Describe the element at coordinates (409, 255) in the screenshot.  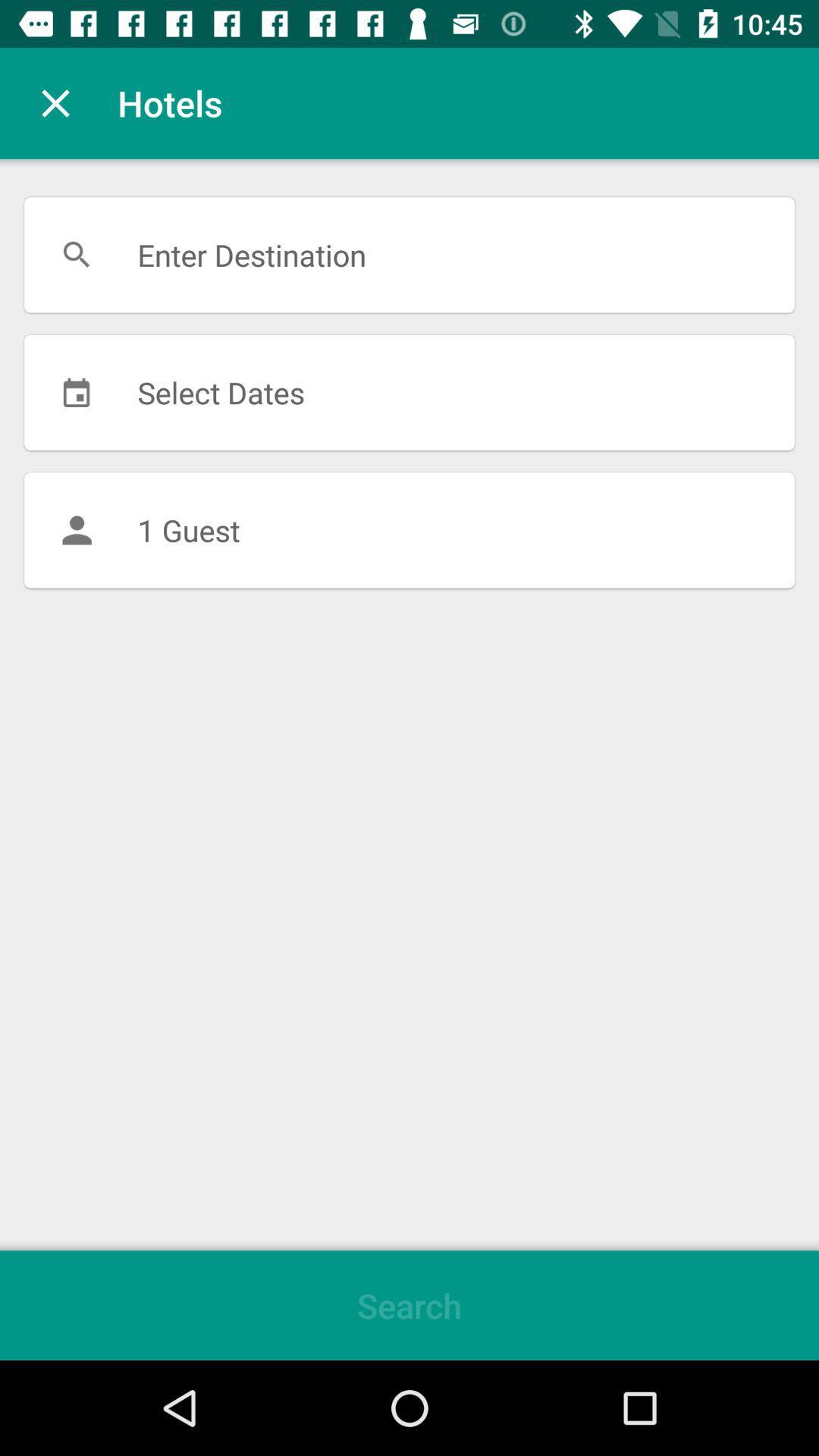
I see `enter destination` at that location.